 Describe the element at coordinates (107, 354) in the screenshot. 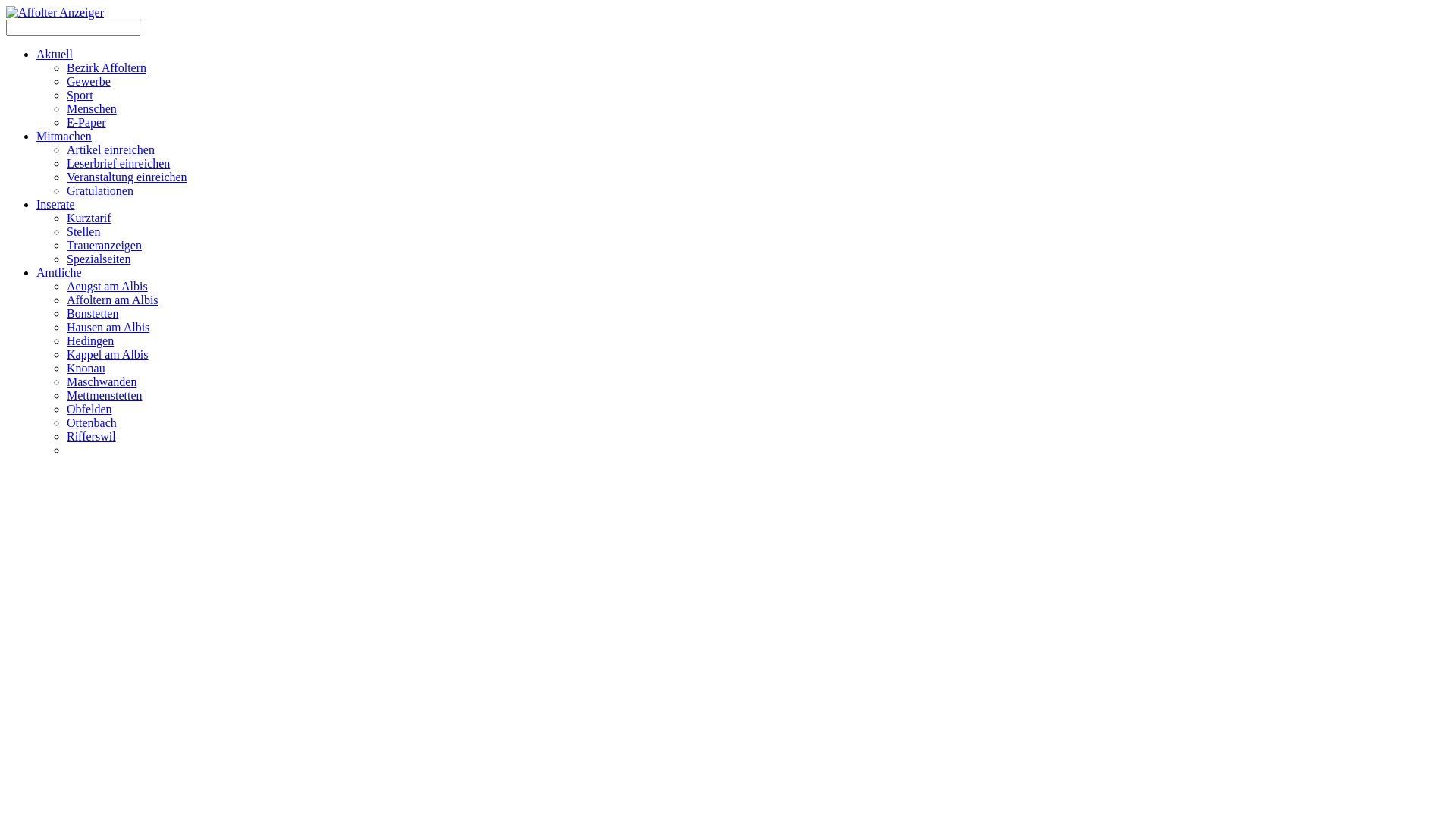

I see `'Kappel am Albis'` at that location.